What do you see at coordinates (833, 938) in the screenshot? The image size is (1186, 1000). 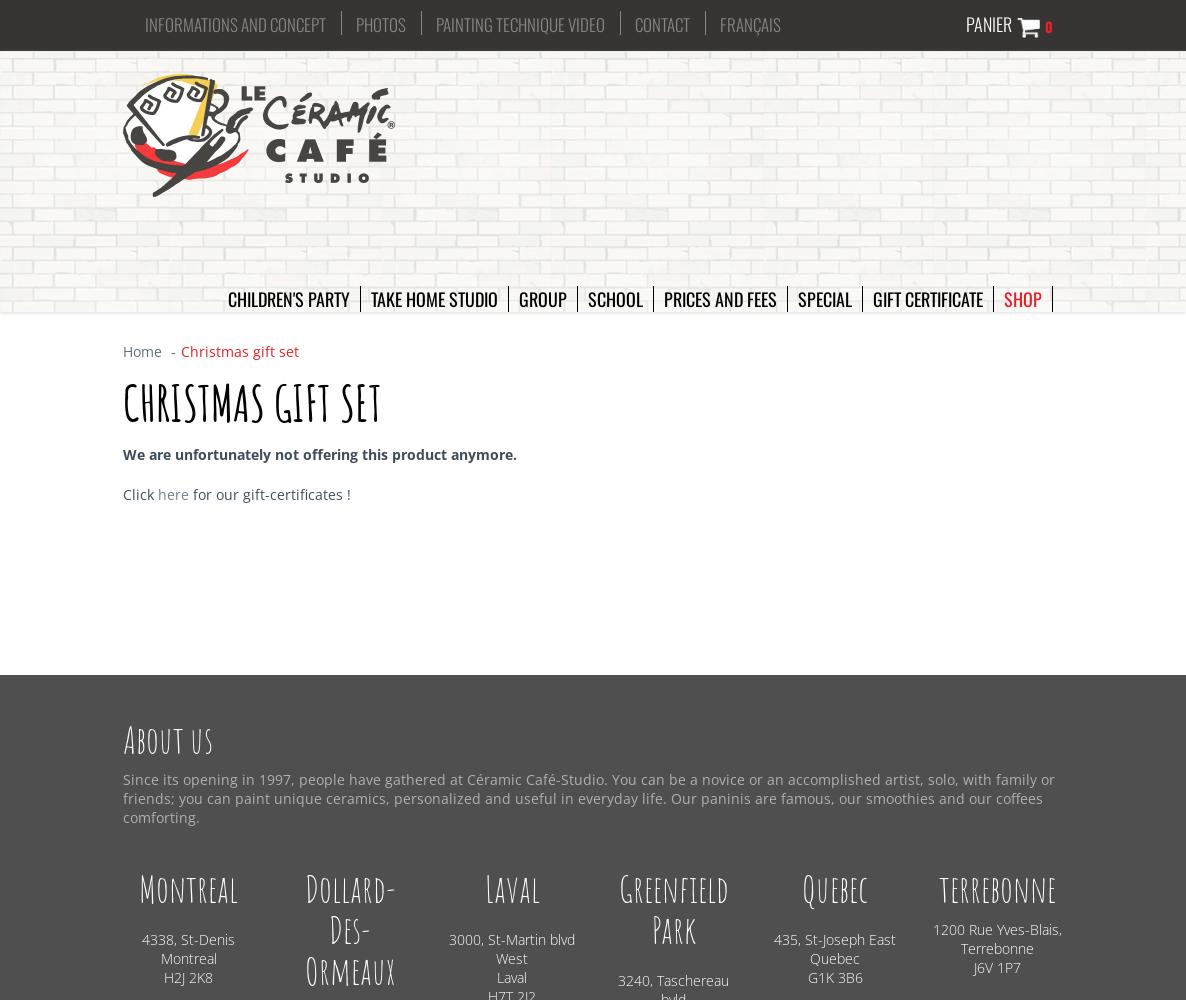 I see `'435, St-Joseph East'` at bounding box center [833, 938].